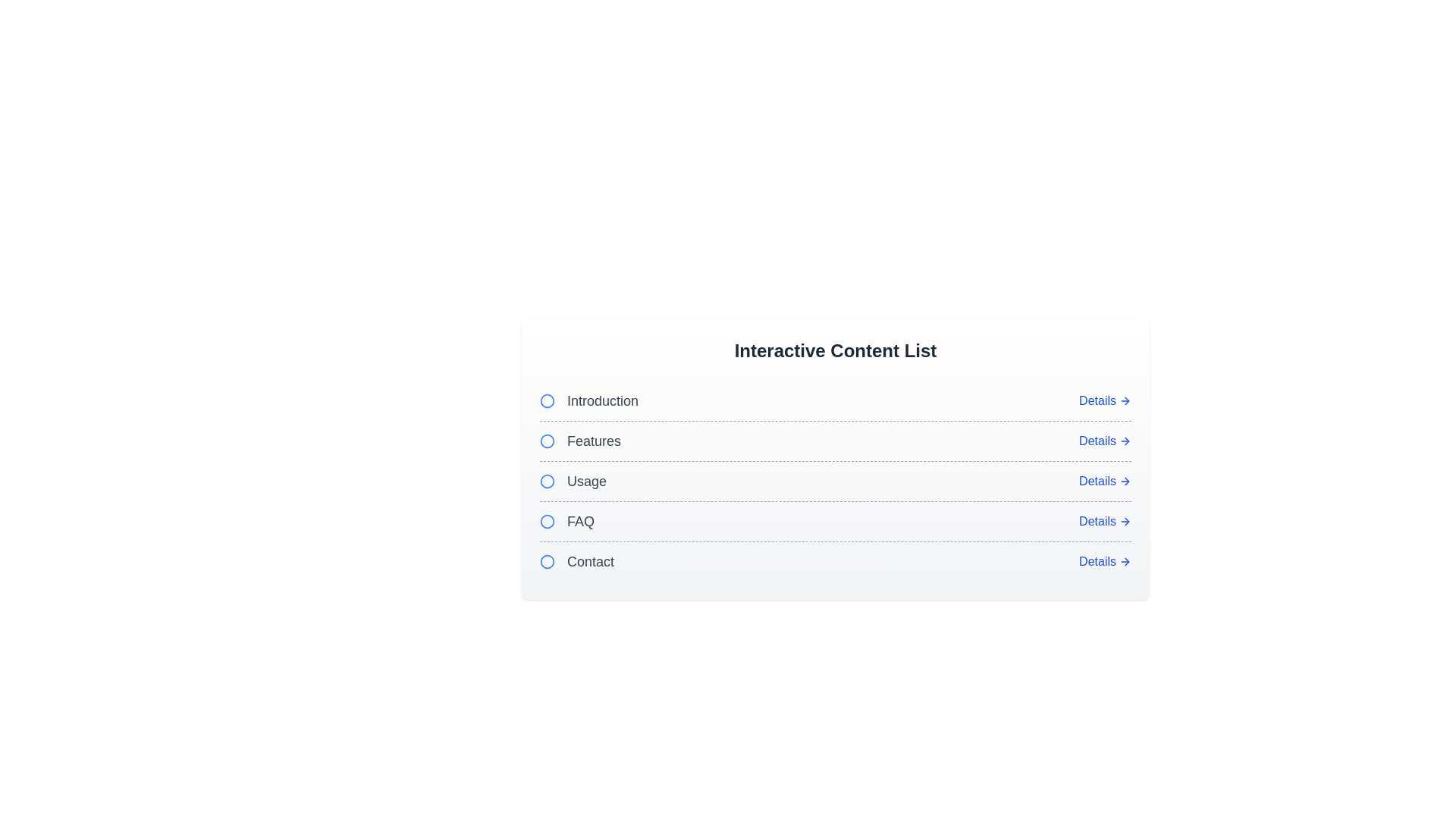 This screenshot has height=819, width=1456. Describe the element at coordinates (546, 520) in the screenshot. I see `the blue circular icon located next to the text 'FAQ' to engage with surrounding text or components` at that location.